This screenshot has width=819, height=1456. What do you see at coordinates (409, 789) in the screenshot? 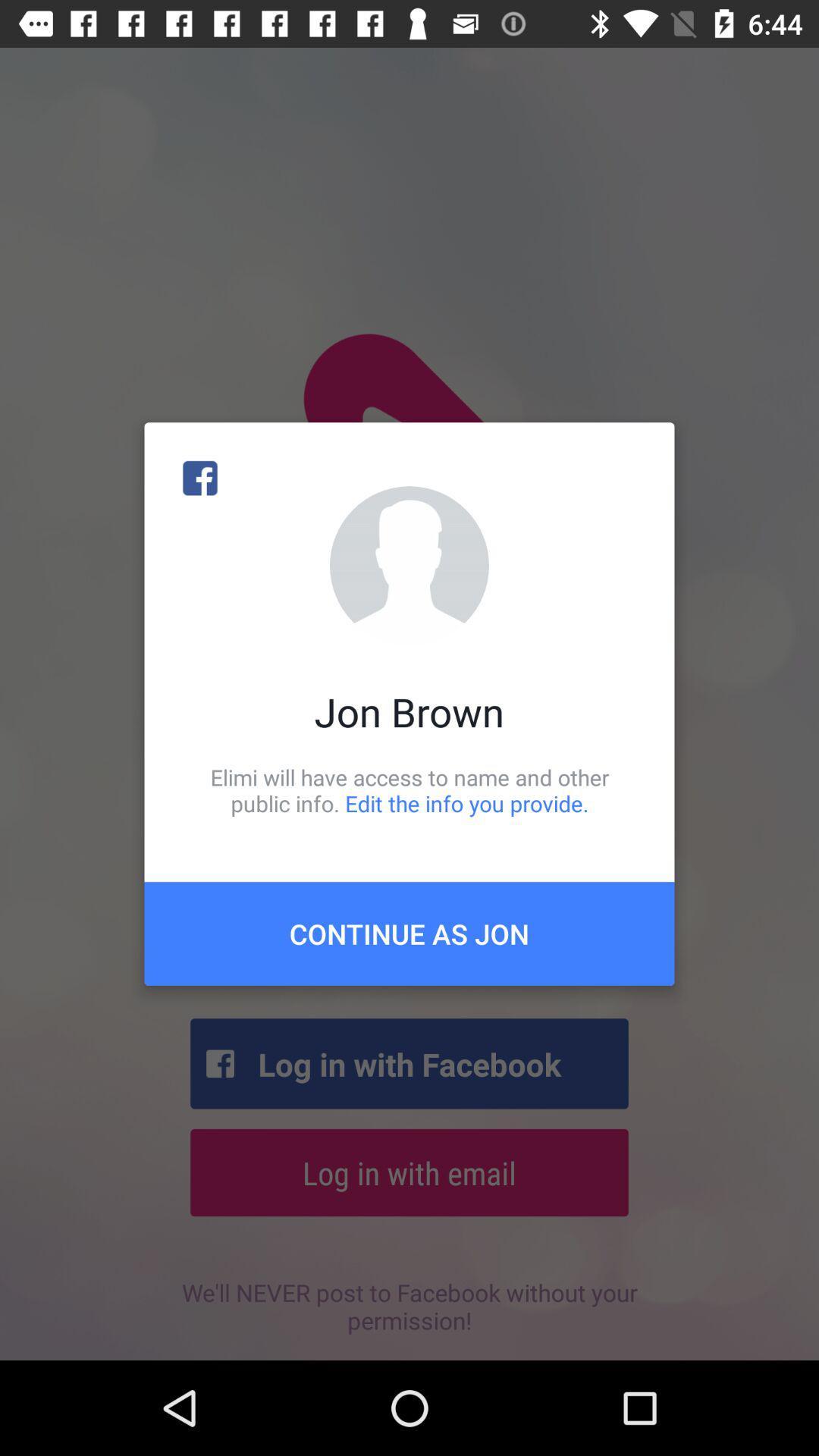
I see `the item above continue as jon` at bounding box center [409, 789].